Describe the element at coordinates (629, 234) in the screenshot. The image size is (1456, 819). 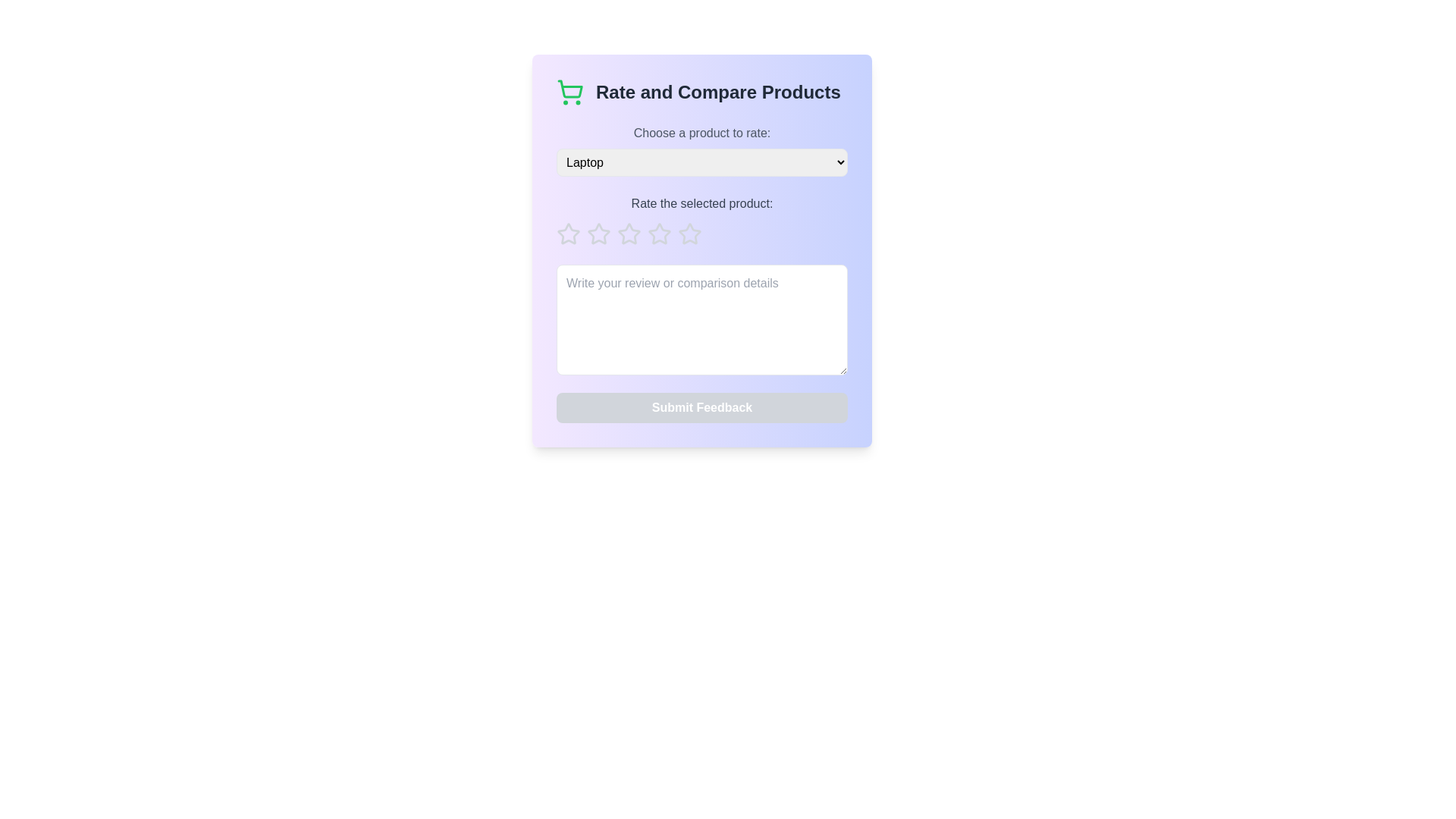
I see `the second star rating button in the product review section using keyboard navigation` at that location.